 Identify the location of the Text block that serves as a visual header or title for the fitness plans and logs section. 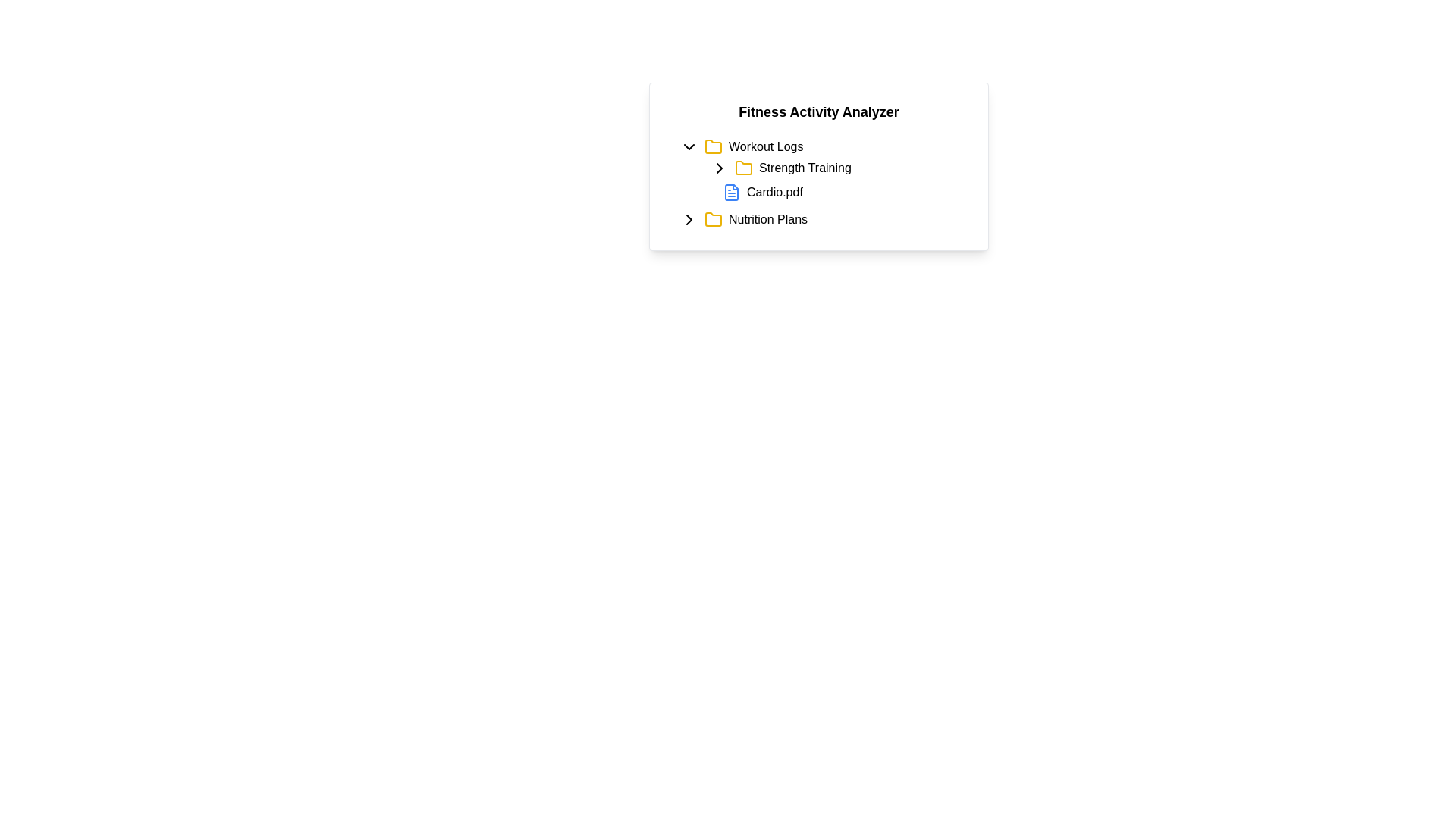
(818, 111).